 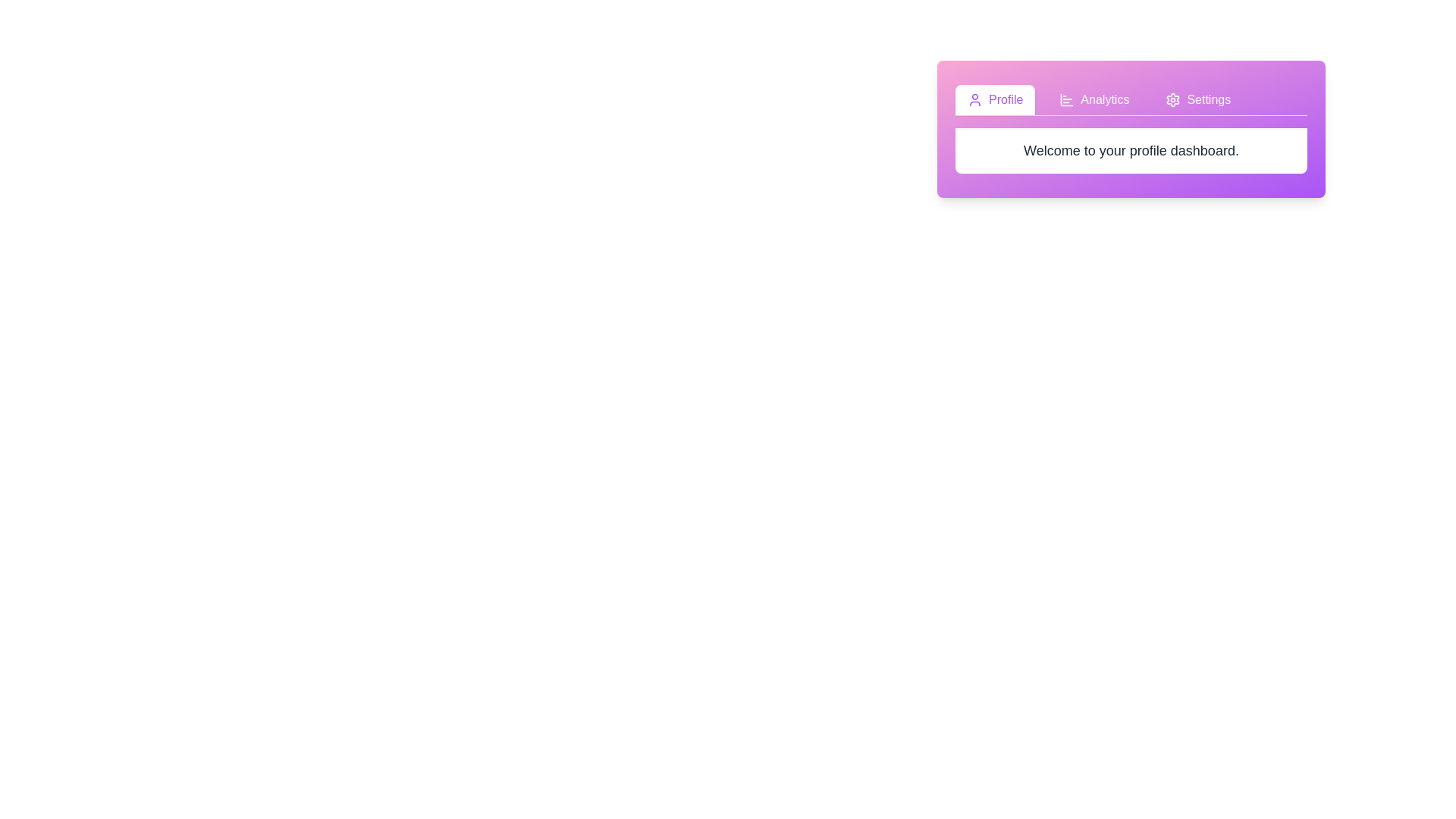 I want to click on the Profile tab by clicking on its button, so click(x=995, y=99).